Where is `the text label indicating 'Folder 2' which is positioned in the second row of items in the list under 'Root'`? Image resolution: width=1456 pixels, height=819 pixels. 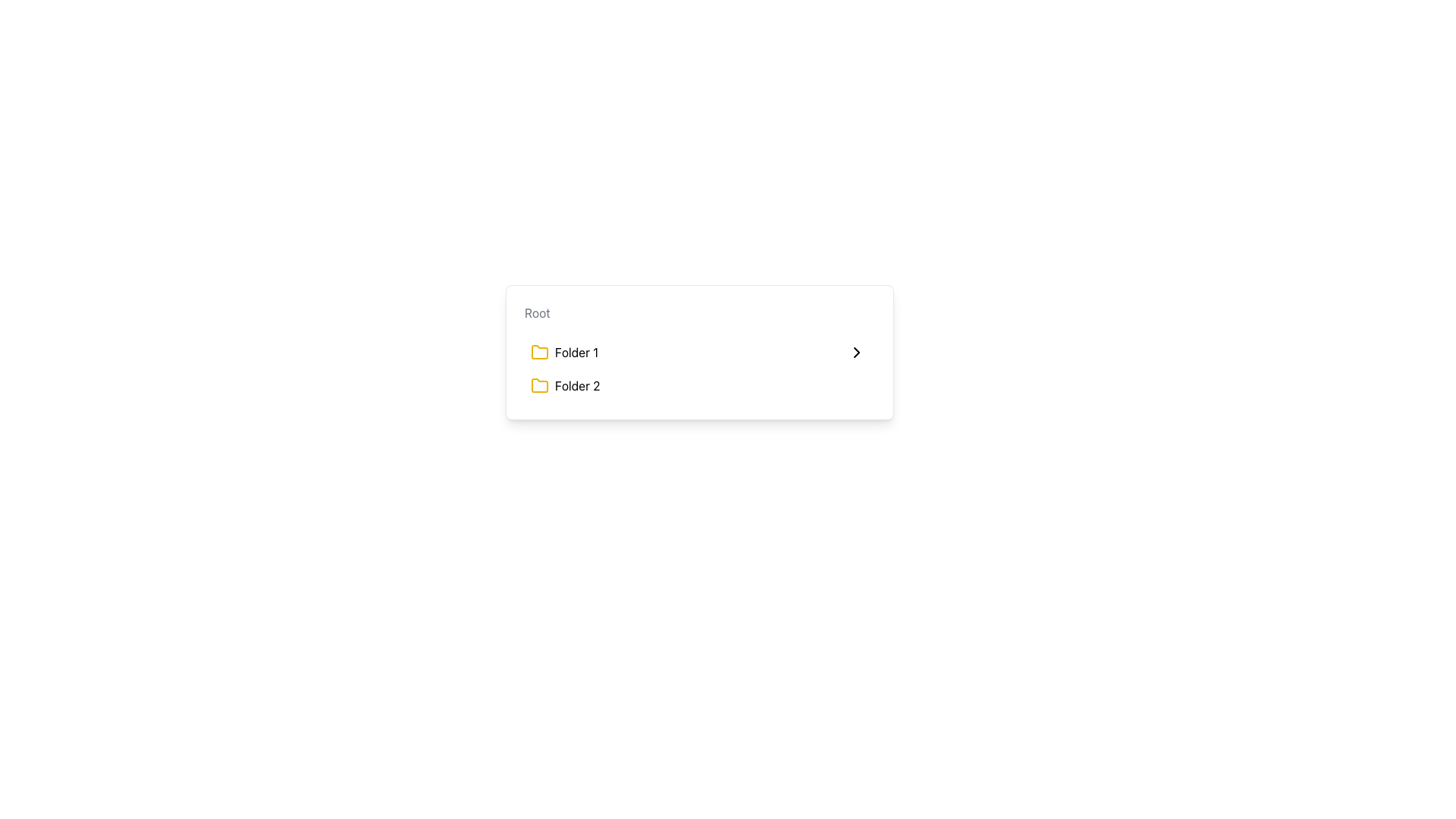 the text label indicating 'Folder 2' which is positioned in the second row of items in the list under 'Root' is located at coordinates (576, 385).